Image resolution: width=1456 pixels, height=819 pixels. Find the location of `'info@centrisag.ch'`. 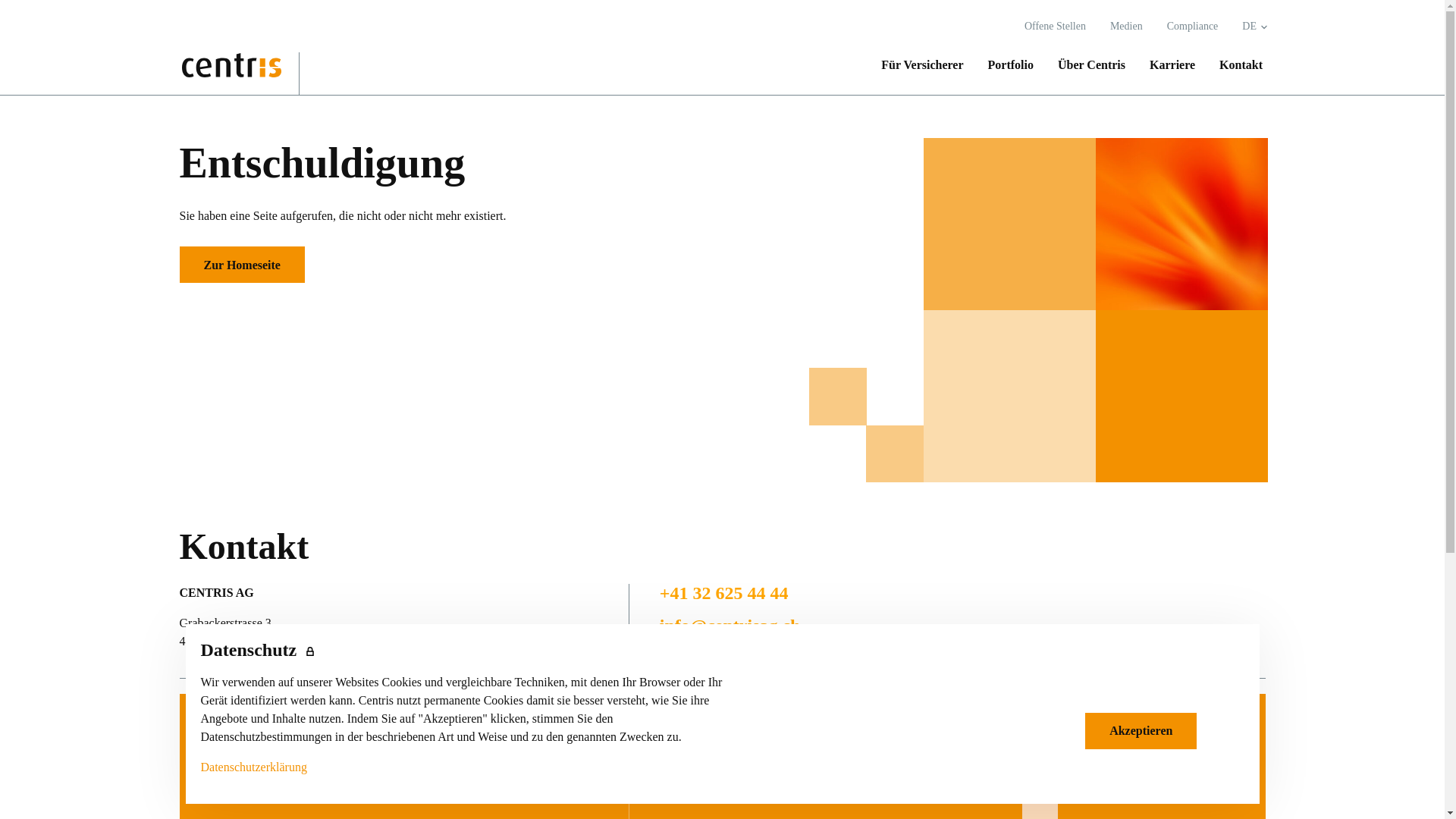

'info@centrisag.ch' is located at coordinates (730, 626).